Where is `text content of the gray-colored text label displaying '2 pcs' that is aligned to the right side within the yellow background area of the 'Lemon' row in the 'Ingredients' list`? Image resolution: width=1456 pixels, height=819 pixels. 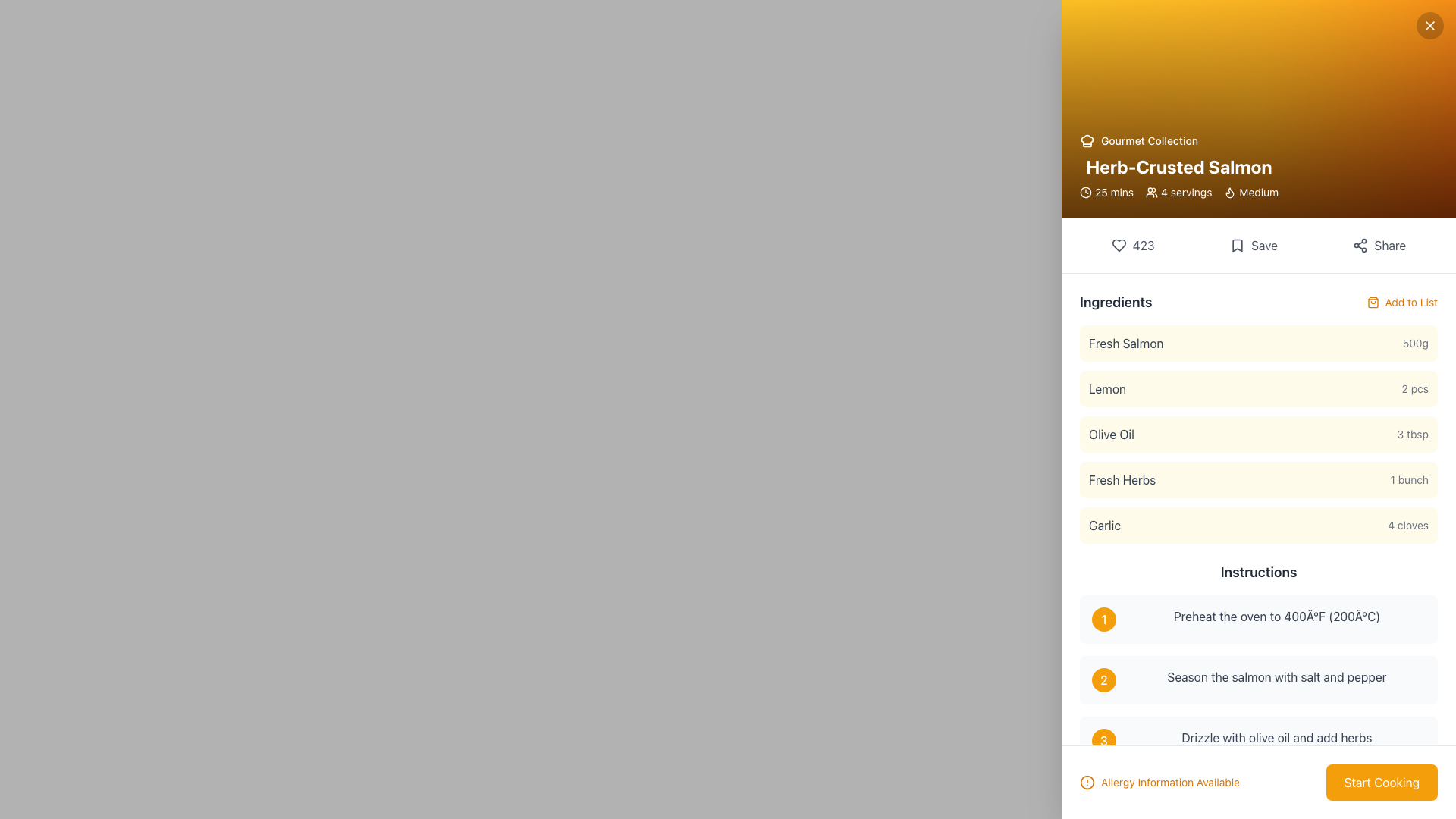
text content of the gray-colored text label displaying '2 pcs' that is aligned to the right side within the yellow background area of the 'Lemon' row in the 'Ingredients' list is located at coordinates (1414, 388).